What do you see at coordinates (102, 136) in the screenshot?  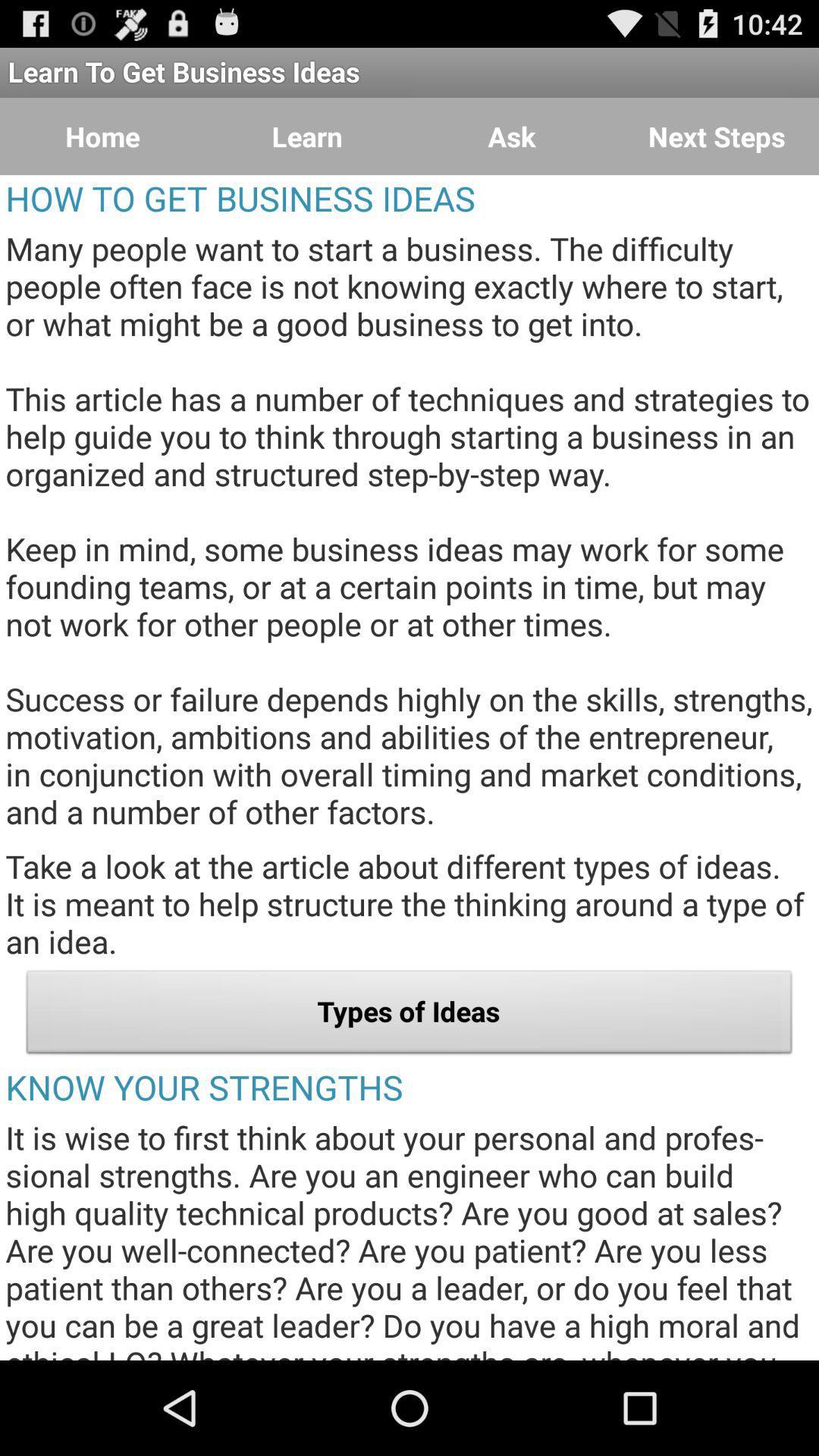 I see `icon above how to get` at bounding box center [102, 136].